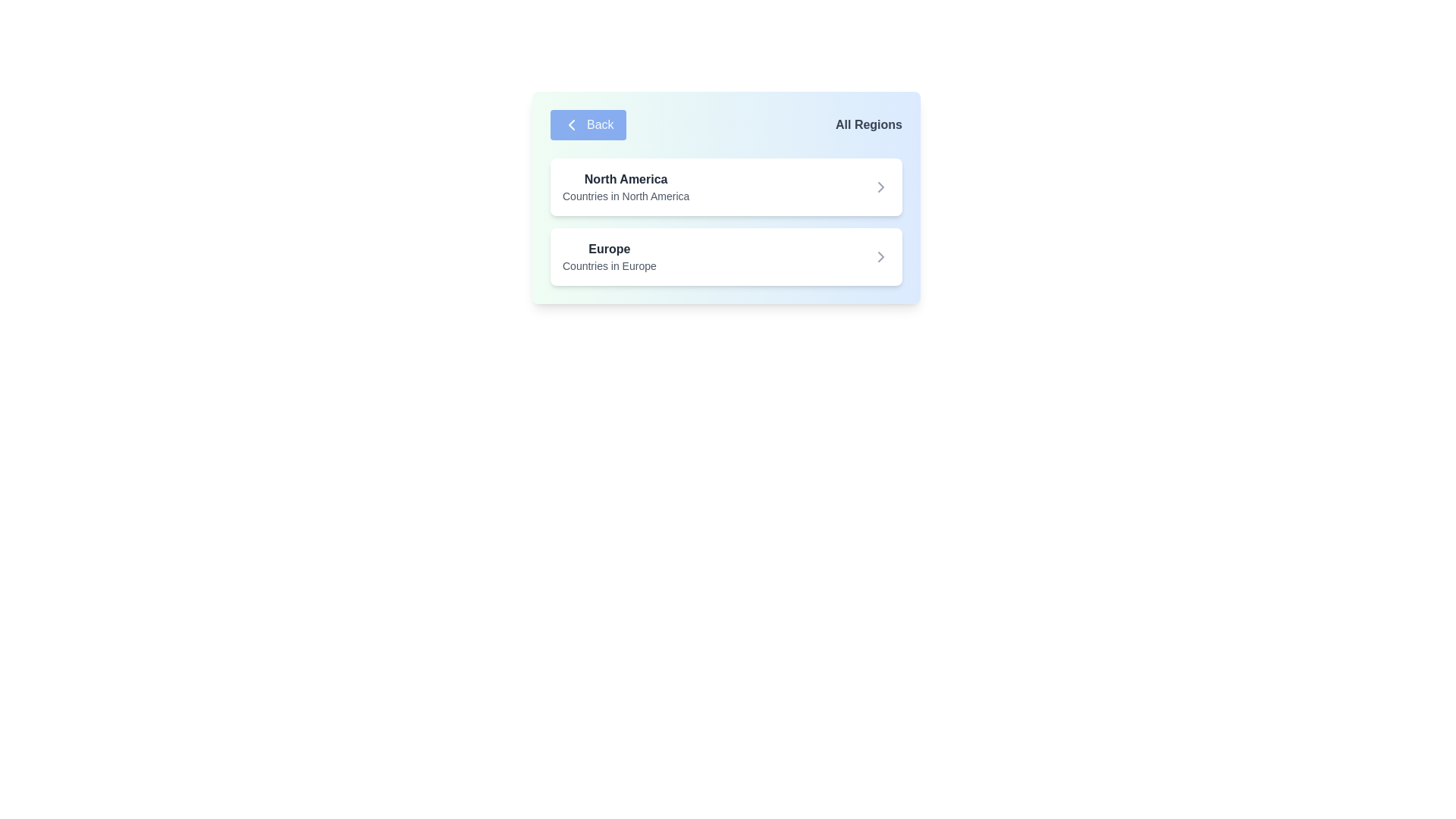  Describe the element at coordinates (626, 178) in the screenshot. I see `bolded text label 'North America' that is prominently displayed in a card-like section of the UI, styled in dark gray color and located at the top of the card` at that location.